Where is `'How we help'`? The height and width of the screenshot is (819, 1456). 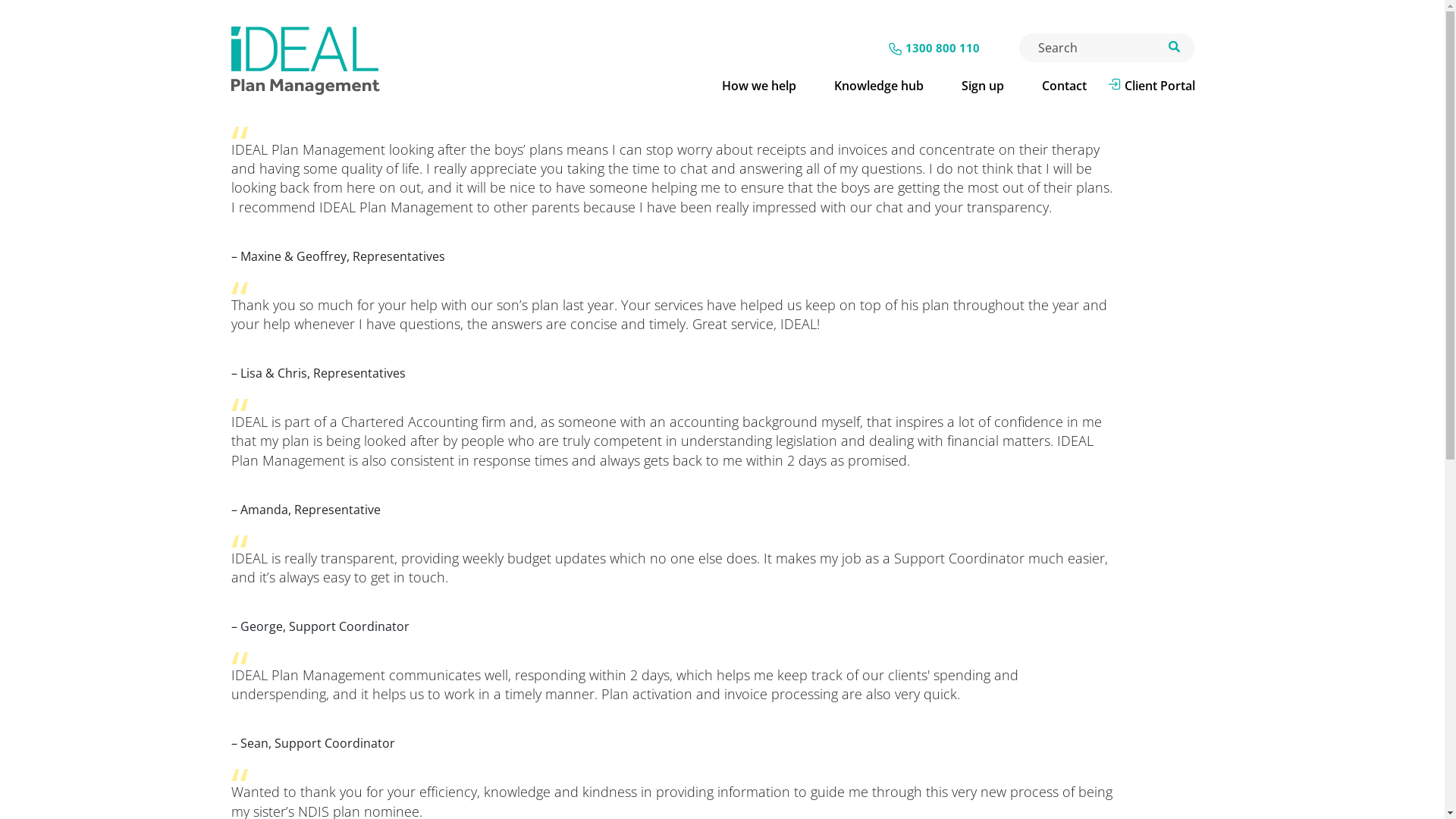 'How we help' is located at coordinates (758, 85).